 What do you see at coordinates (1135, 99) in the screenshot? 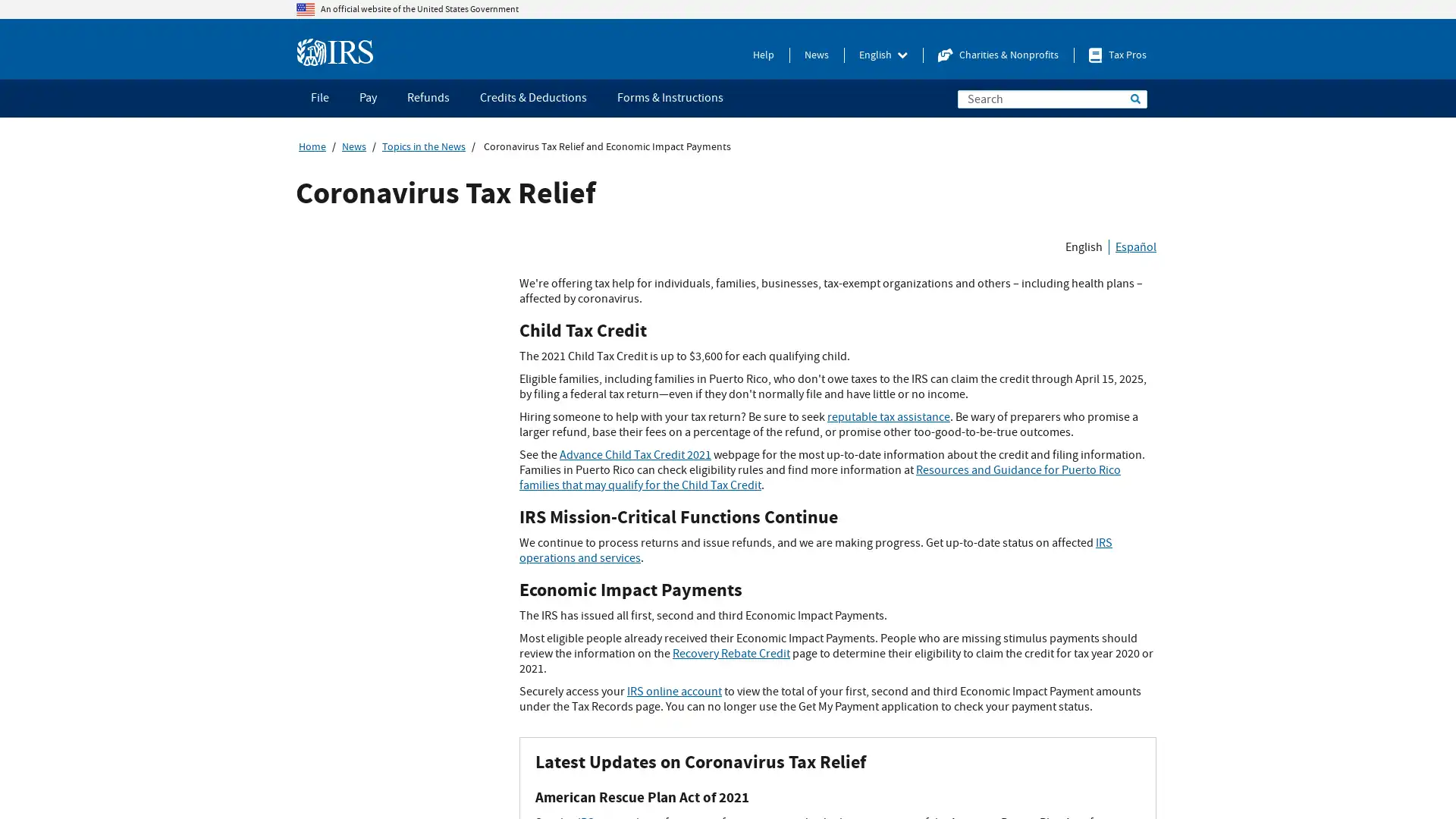
I see `Search` at bounding box center [1135, 99].